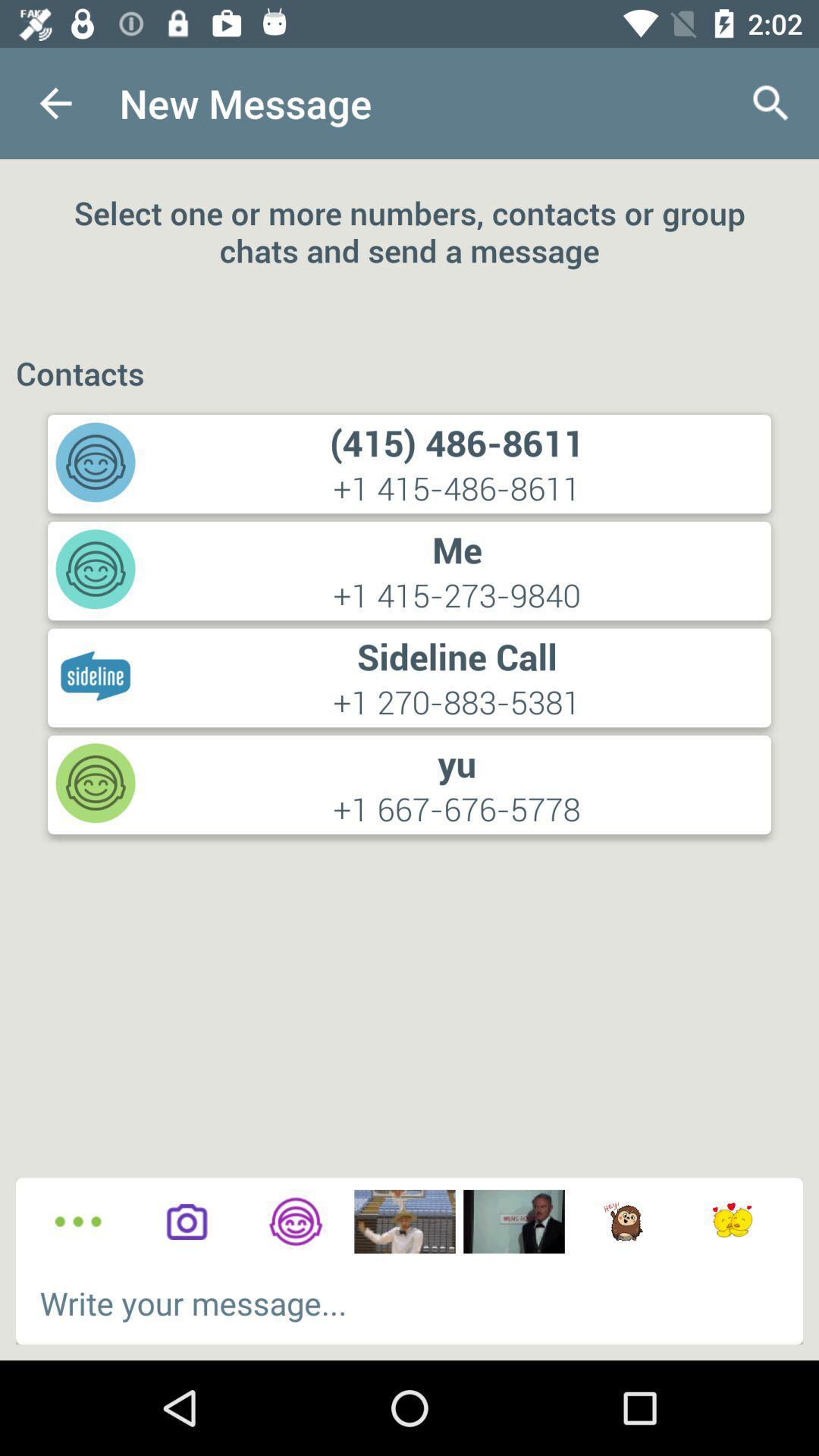 This screenshot has height=1456, width=819. What do you see at coordinates (623, 1222) in the screenshot?
I see `adds gifs or pictures by pressing on them in chats` at bounding box center [623, 1222].